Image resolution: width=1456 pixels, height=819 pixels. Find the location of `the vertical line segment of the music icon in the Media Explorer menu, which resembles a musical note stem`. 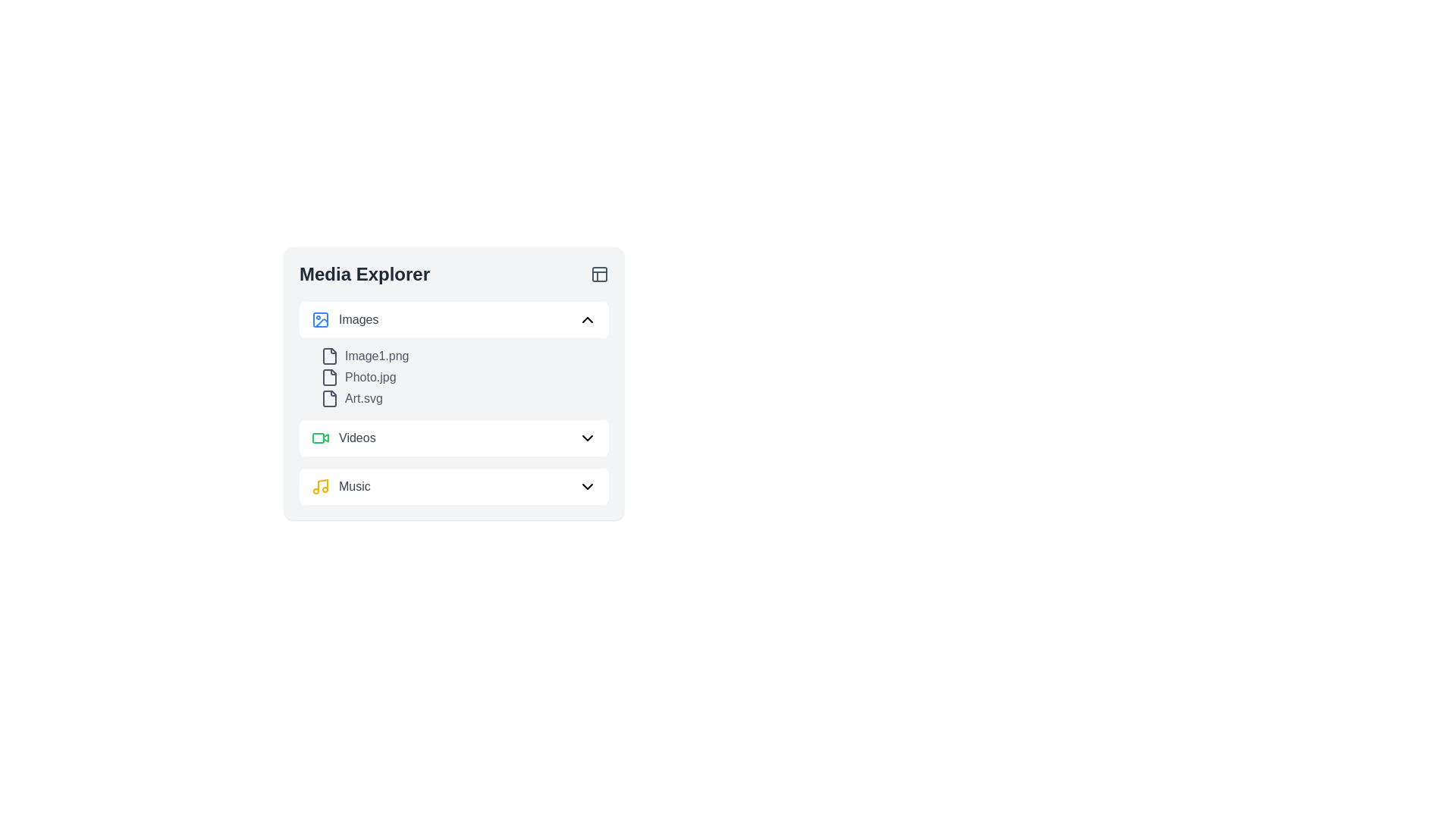

the vertical line segment of the music icon in the Media Explorer menu, which resembles a musical note stem is located at coordinates (322, 485).